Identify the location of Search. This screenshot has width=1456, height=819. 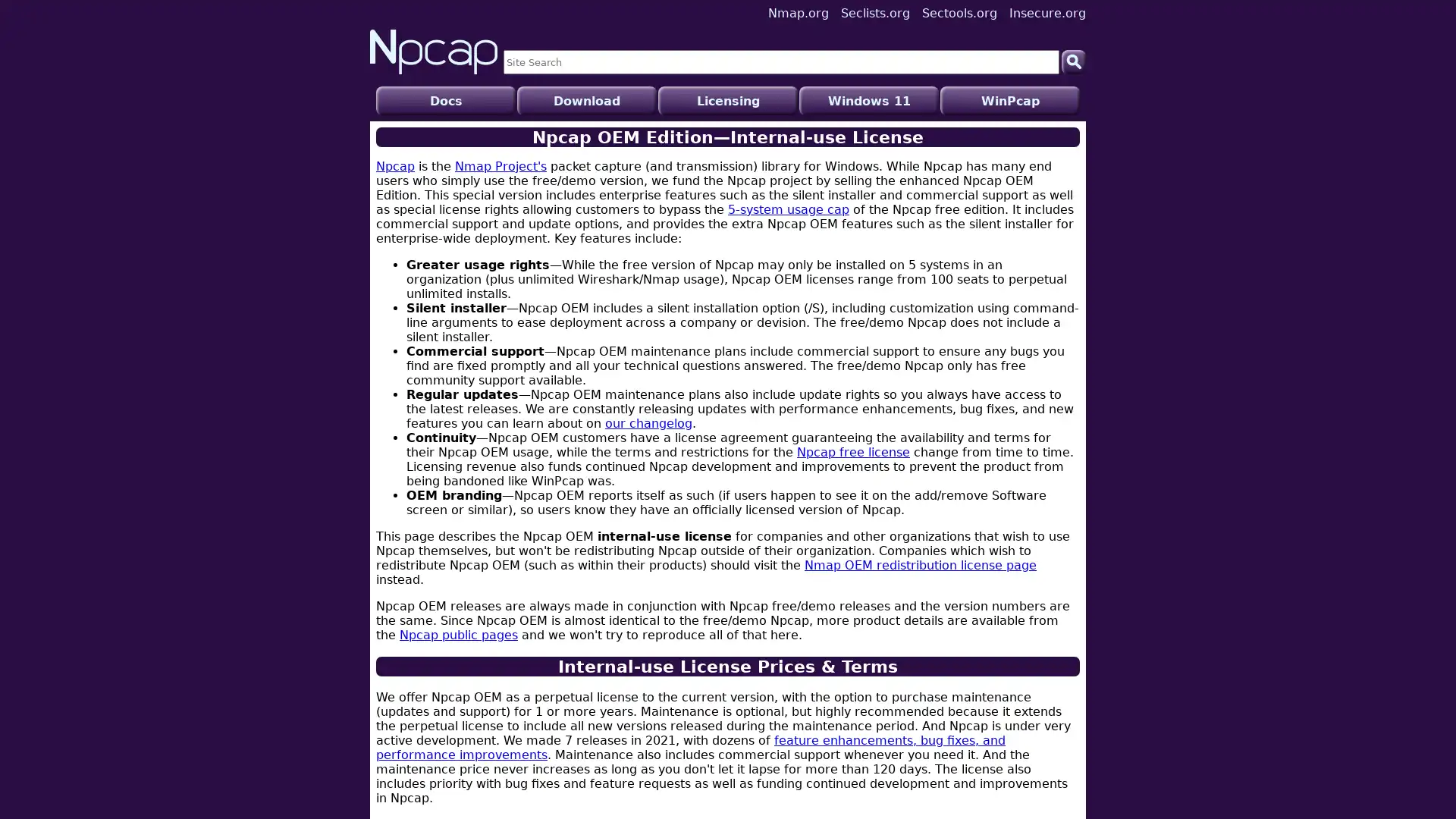
(1073, 61).